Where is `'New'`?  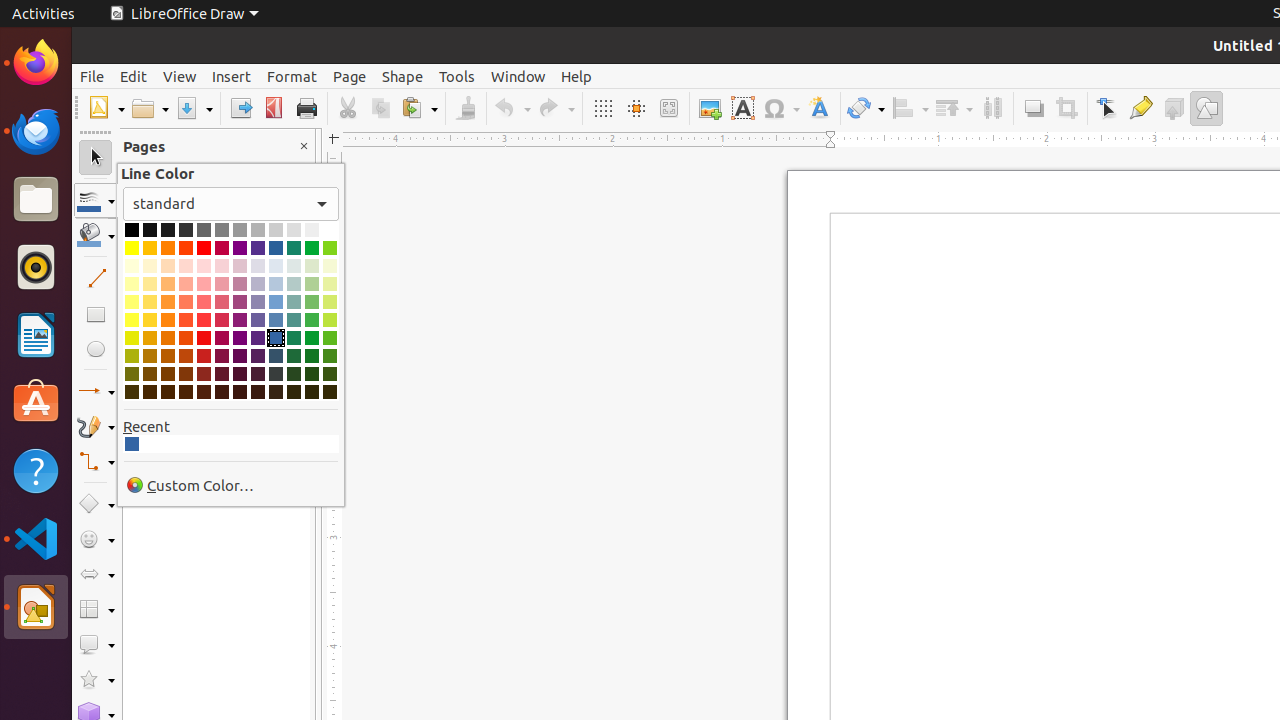
'New' is located at coordinates (104, 108).